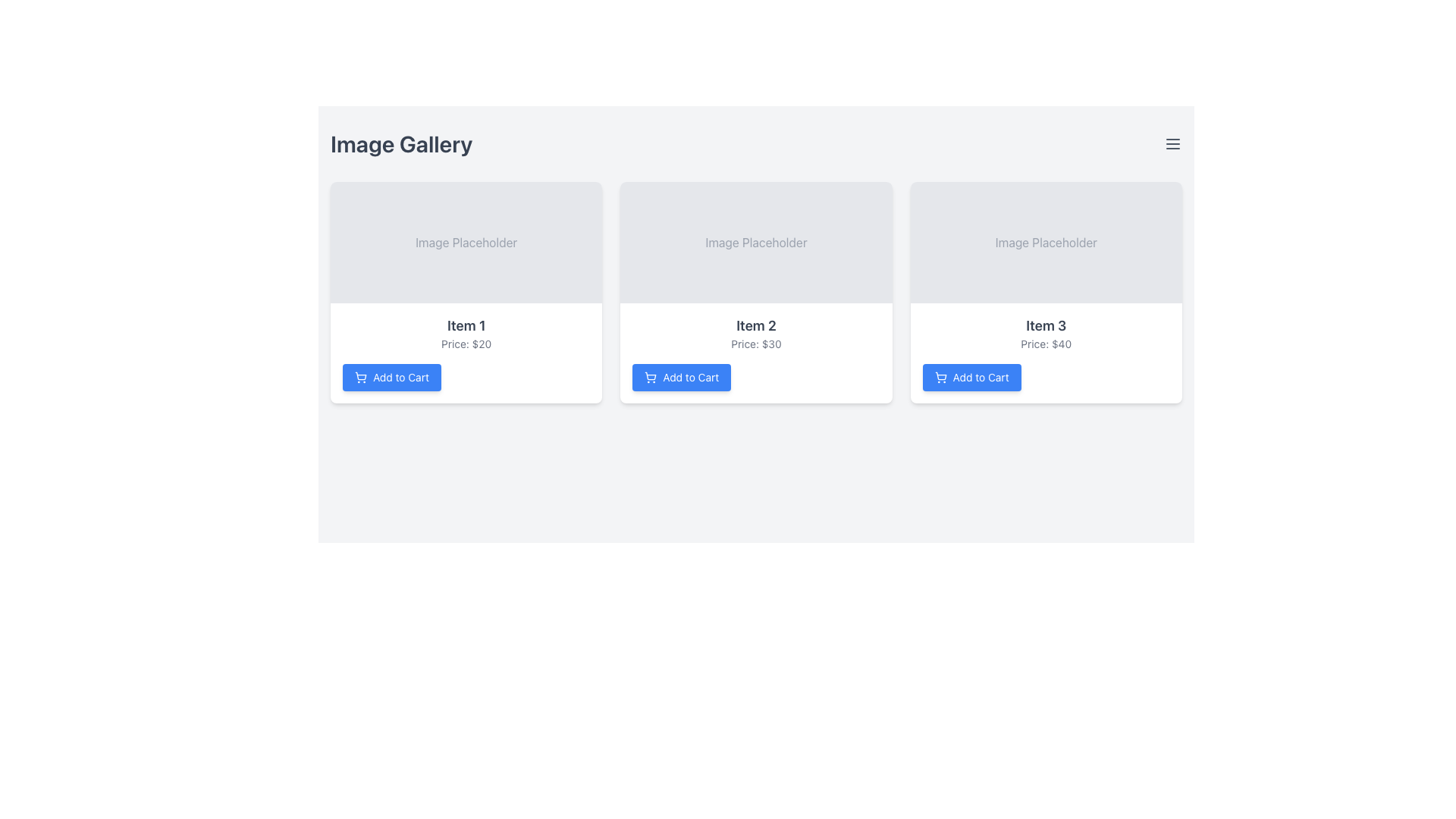 The height and width of the screenshot is (819, 1456). What do you see at coordinates (359, 376) in the screenshot?
I see `the shopping cart icon located inside the blue 'Add to Cart' button at the bottom of Item 1's card in the first column of the grid layout` at bounding box center [359, 376].